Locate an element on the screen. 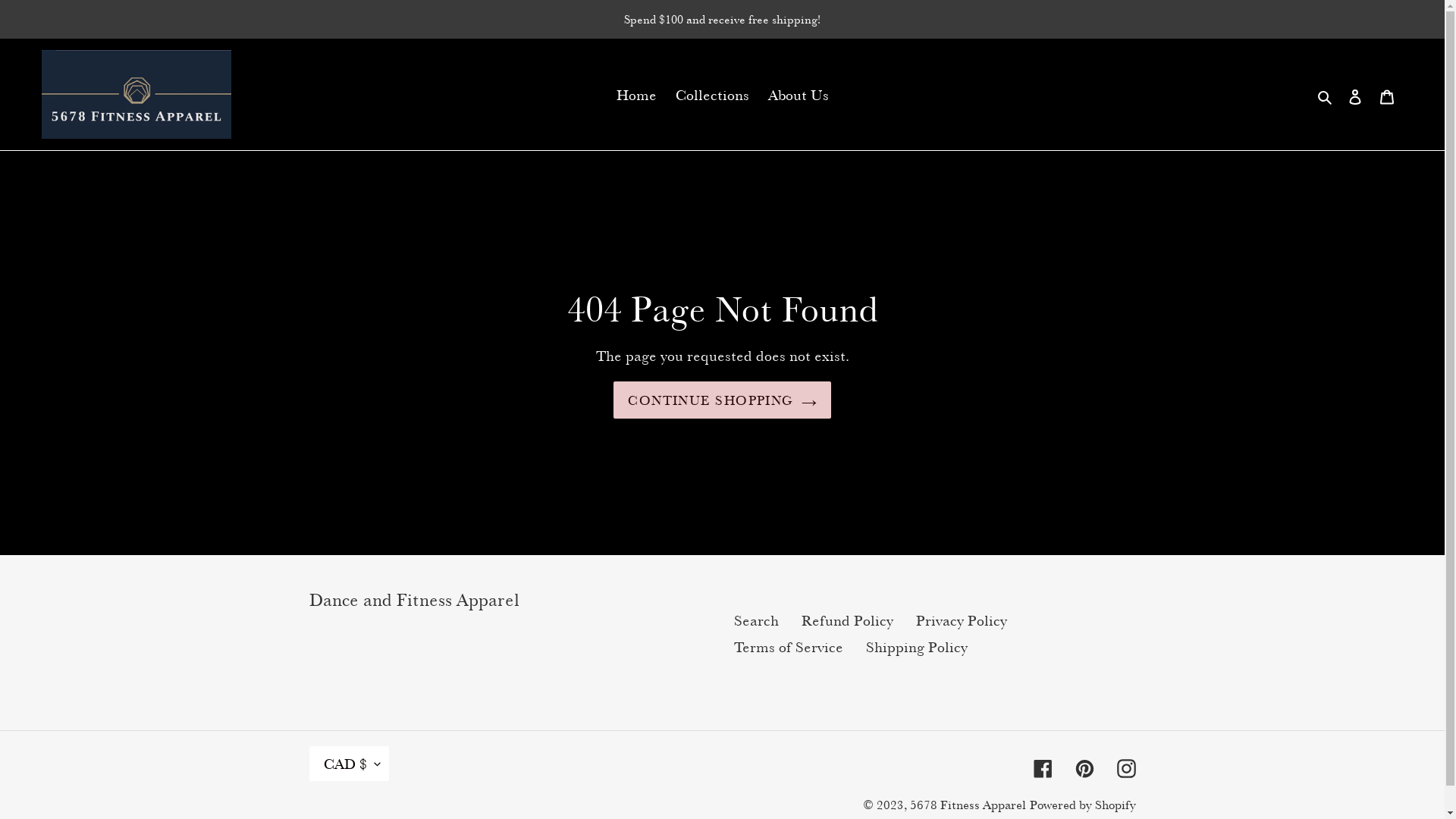  'Terms of Service' is located at coordinates (789, 647).